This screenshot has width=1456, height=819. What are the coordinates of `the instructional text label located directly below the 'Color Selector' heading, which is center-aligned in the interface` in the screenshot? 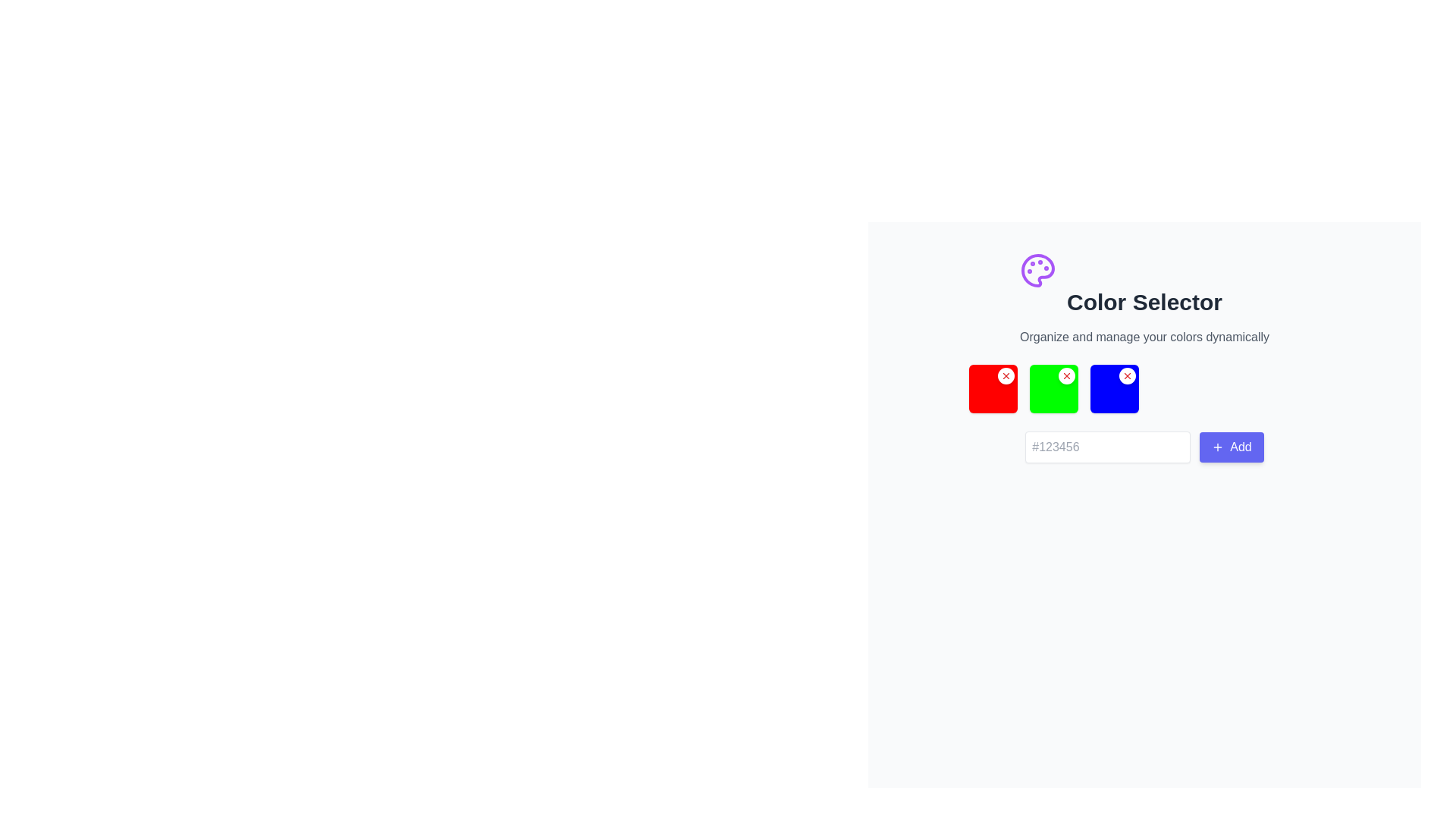 It's located at (1144, 336).